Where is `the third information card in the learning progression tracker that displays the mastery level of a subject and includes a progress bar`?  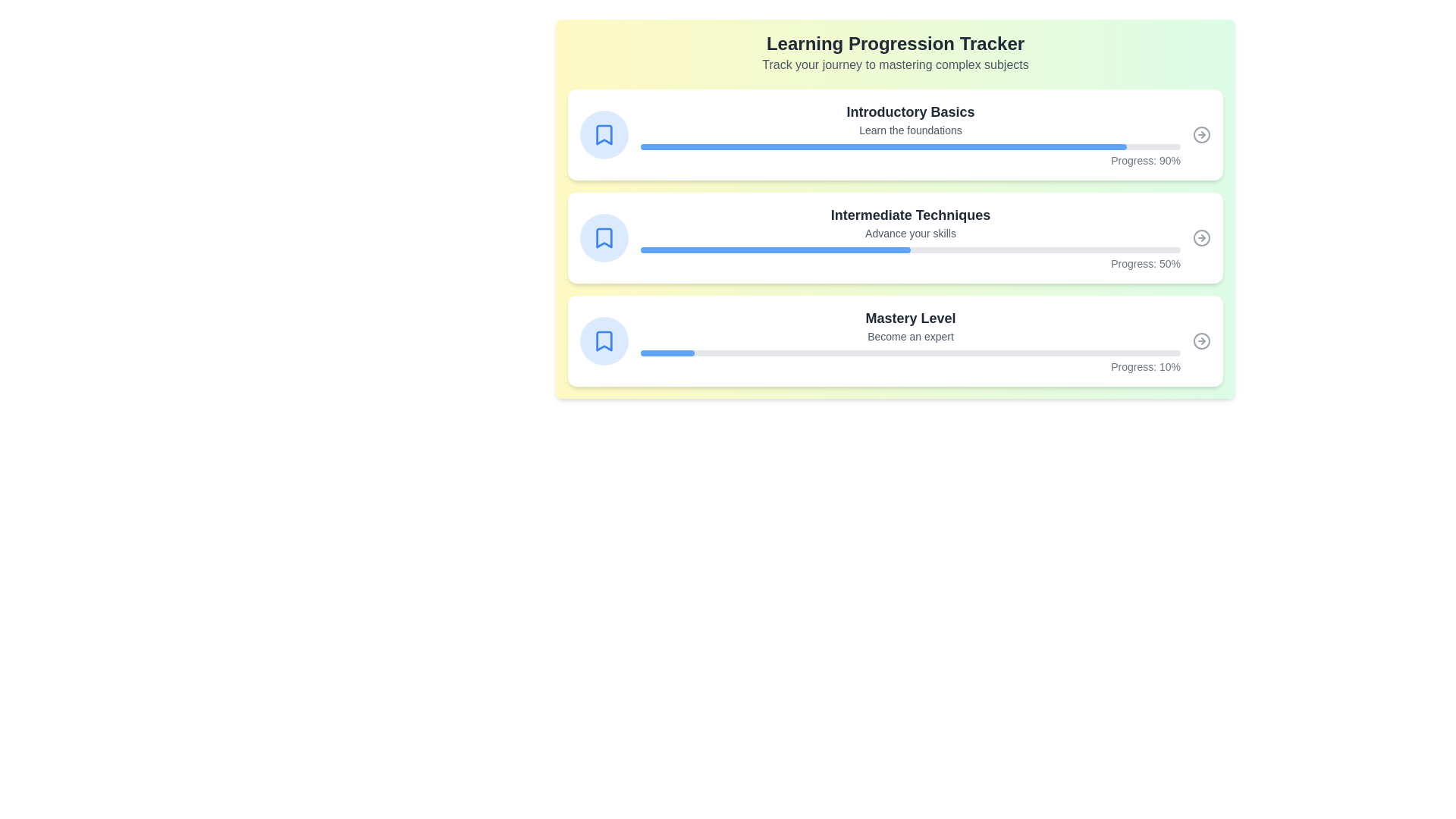 the third information card in the learning progression tracker that displays the mastery level of a subject and includes a progress bar is located at coordinates (895, 341).